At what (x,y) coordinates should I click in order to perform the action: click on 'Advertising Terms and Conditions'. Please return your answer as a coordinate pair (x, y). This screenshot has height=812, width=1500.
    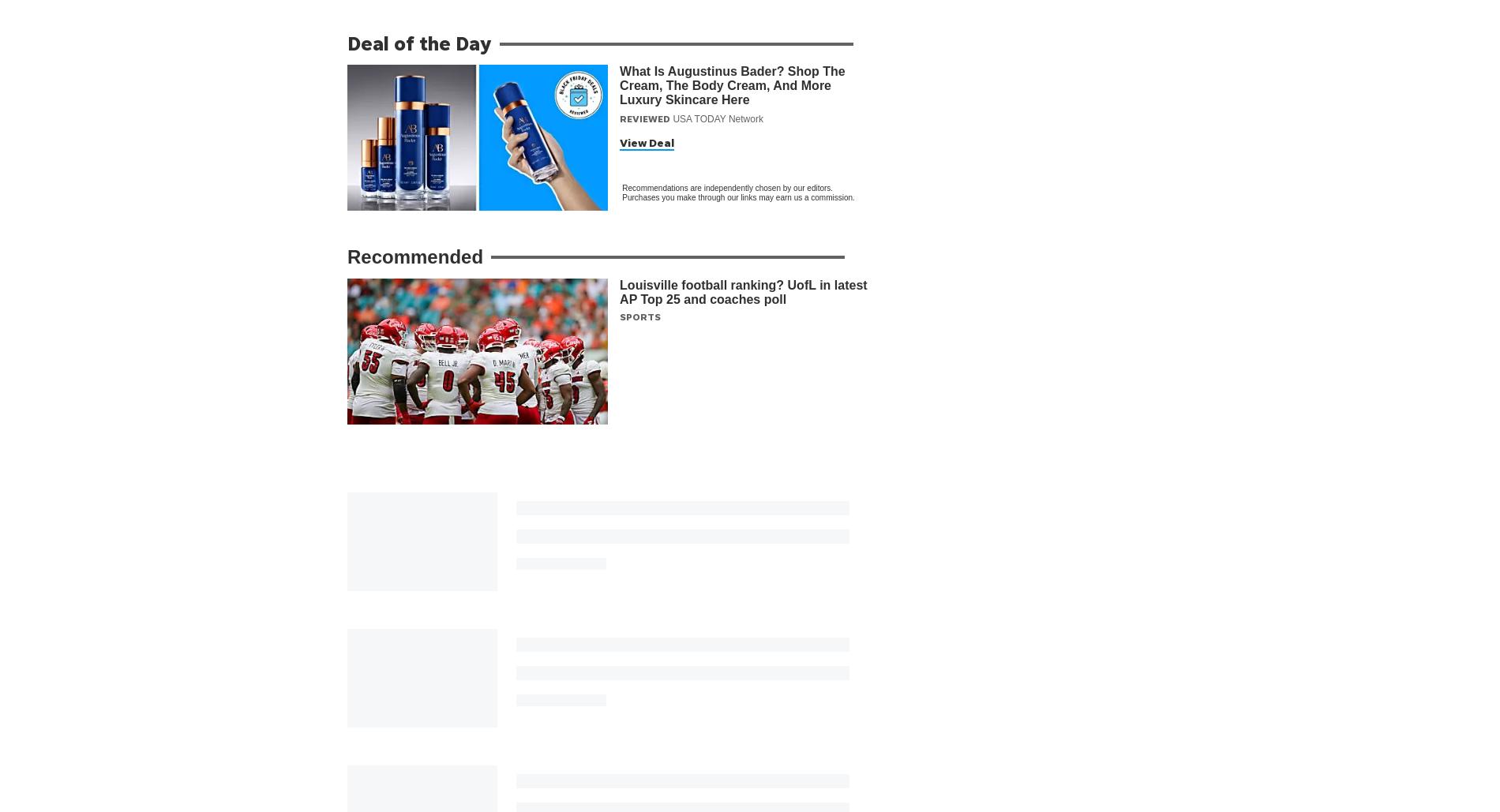
    Looking at the image, I should click on (657, 803).